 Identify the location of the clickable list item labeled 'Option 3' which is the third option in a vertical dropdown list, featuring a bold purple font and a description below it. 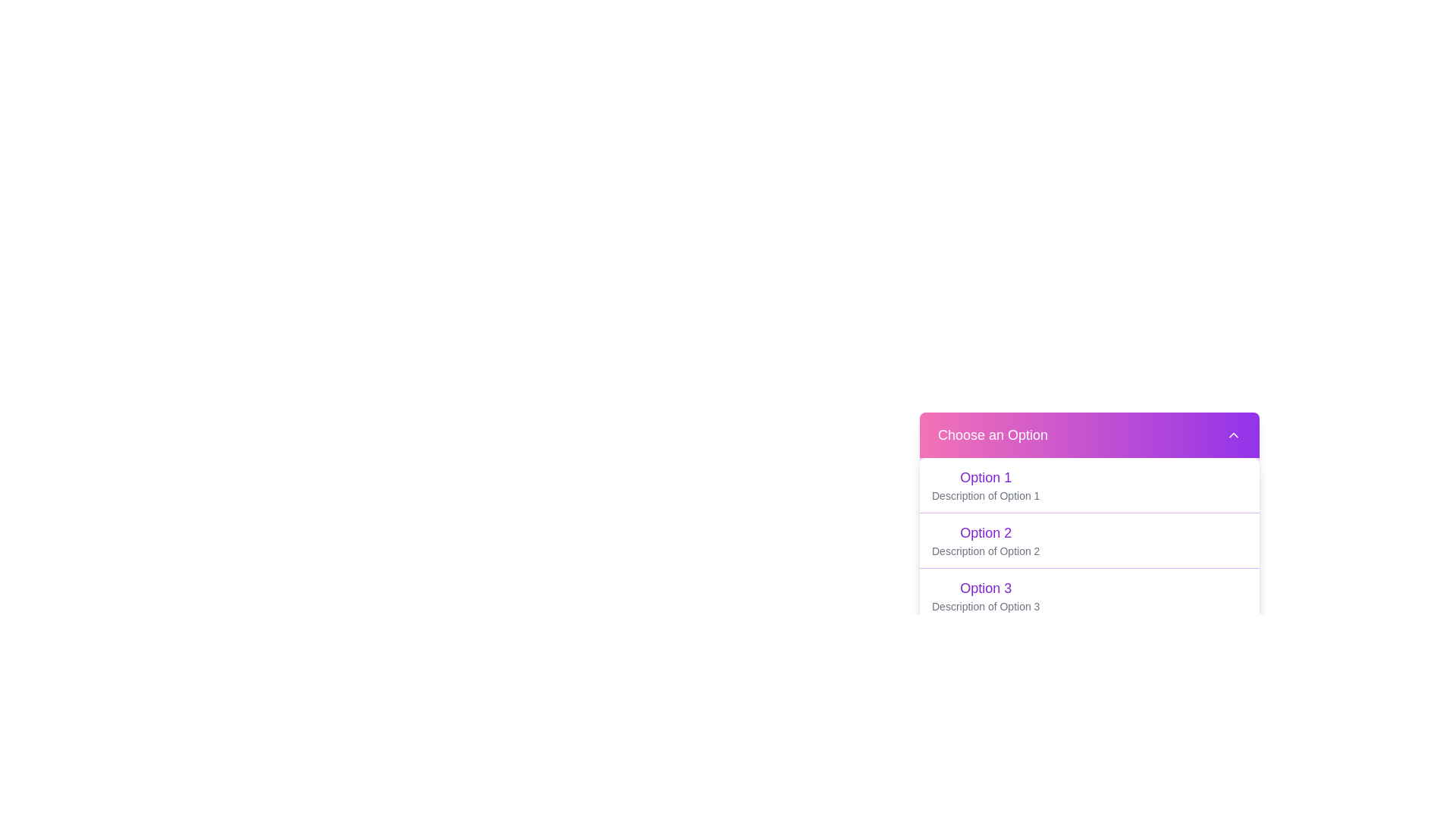
(986, 595).